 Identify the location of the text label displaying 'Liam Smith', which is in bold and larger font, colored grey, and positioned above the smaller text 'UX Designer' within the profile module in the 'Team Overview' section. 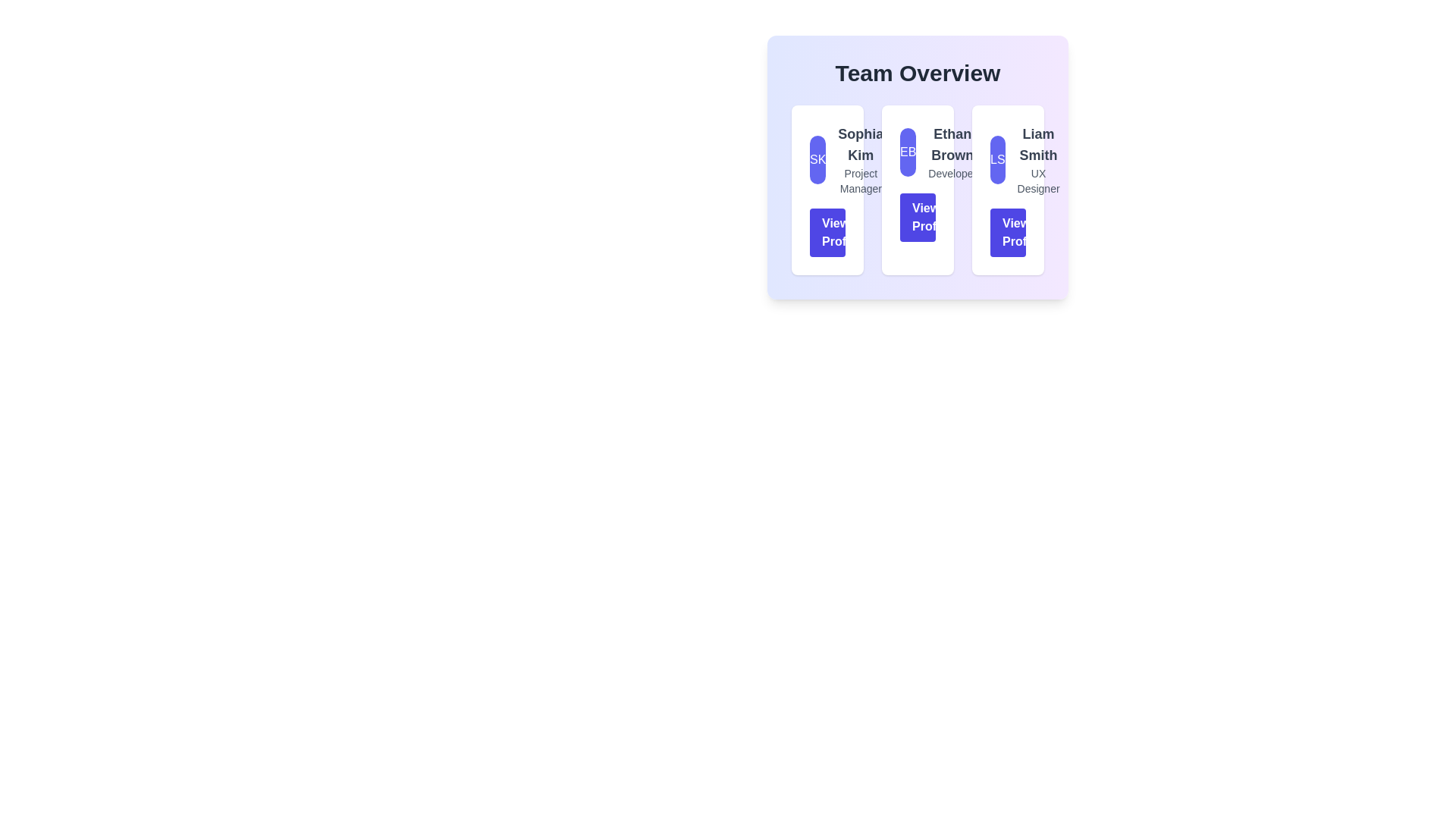
(1037, 145).